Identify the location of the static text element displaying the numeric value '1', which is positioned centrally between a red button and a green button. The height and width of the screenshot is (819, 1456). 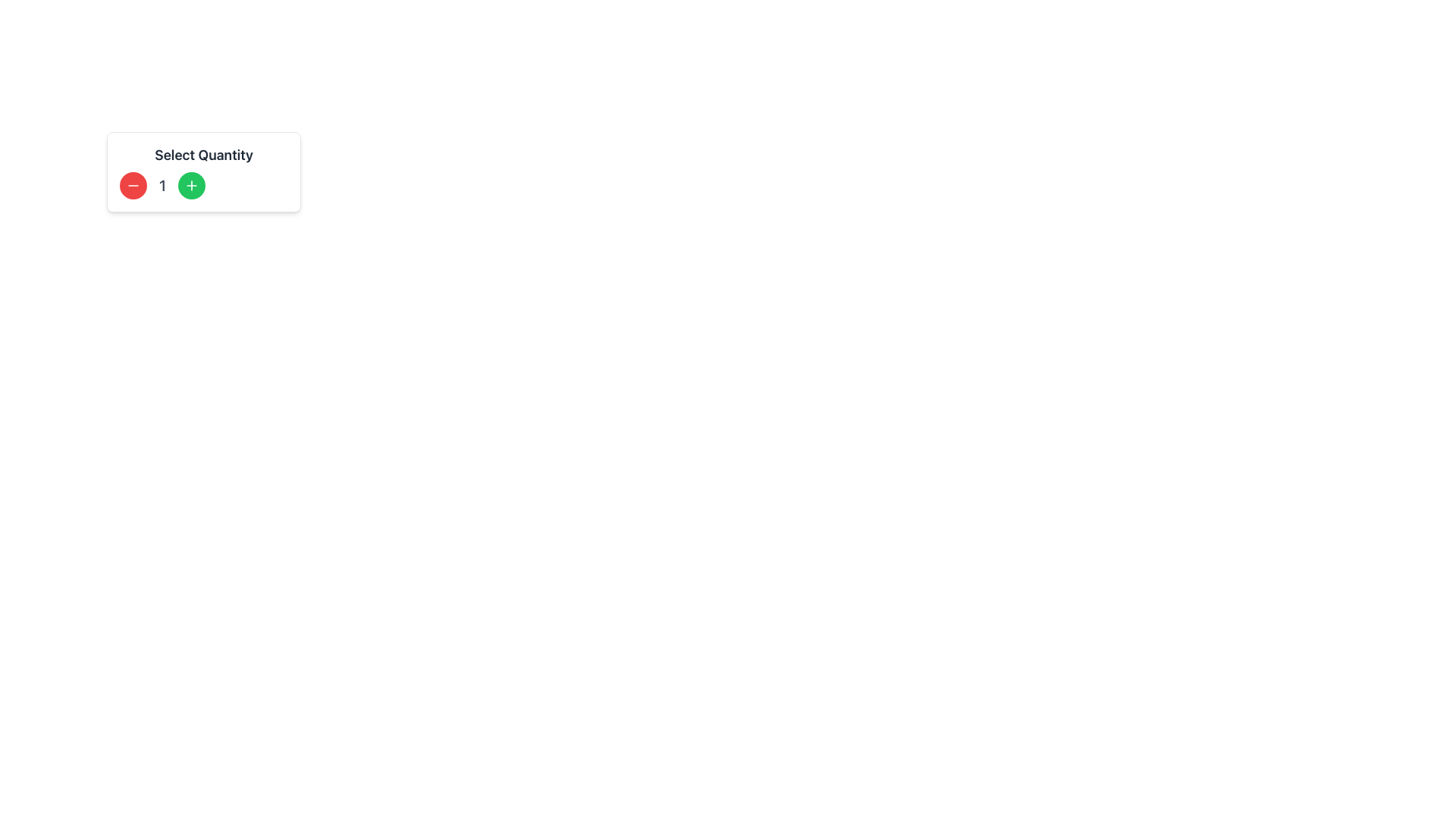
(162, 185).